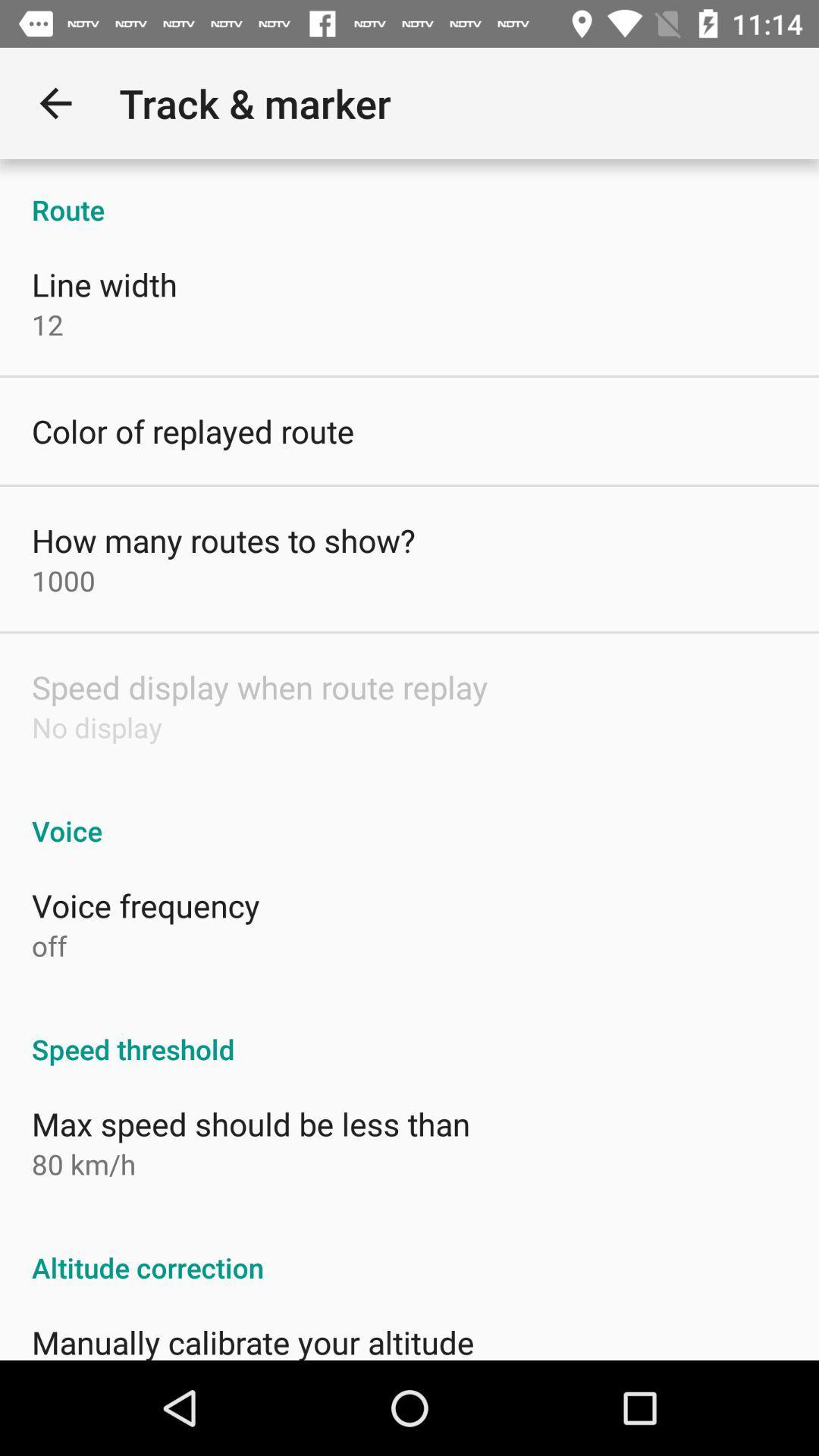 The height and width of the screenshot is (1456, 819). What do you see at coordinates (49, 945) in the screenshot?
I see `off item` at bounding box center [49, 945].